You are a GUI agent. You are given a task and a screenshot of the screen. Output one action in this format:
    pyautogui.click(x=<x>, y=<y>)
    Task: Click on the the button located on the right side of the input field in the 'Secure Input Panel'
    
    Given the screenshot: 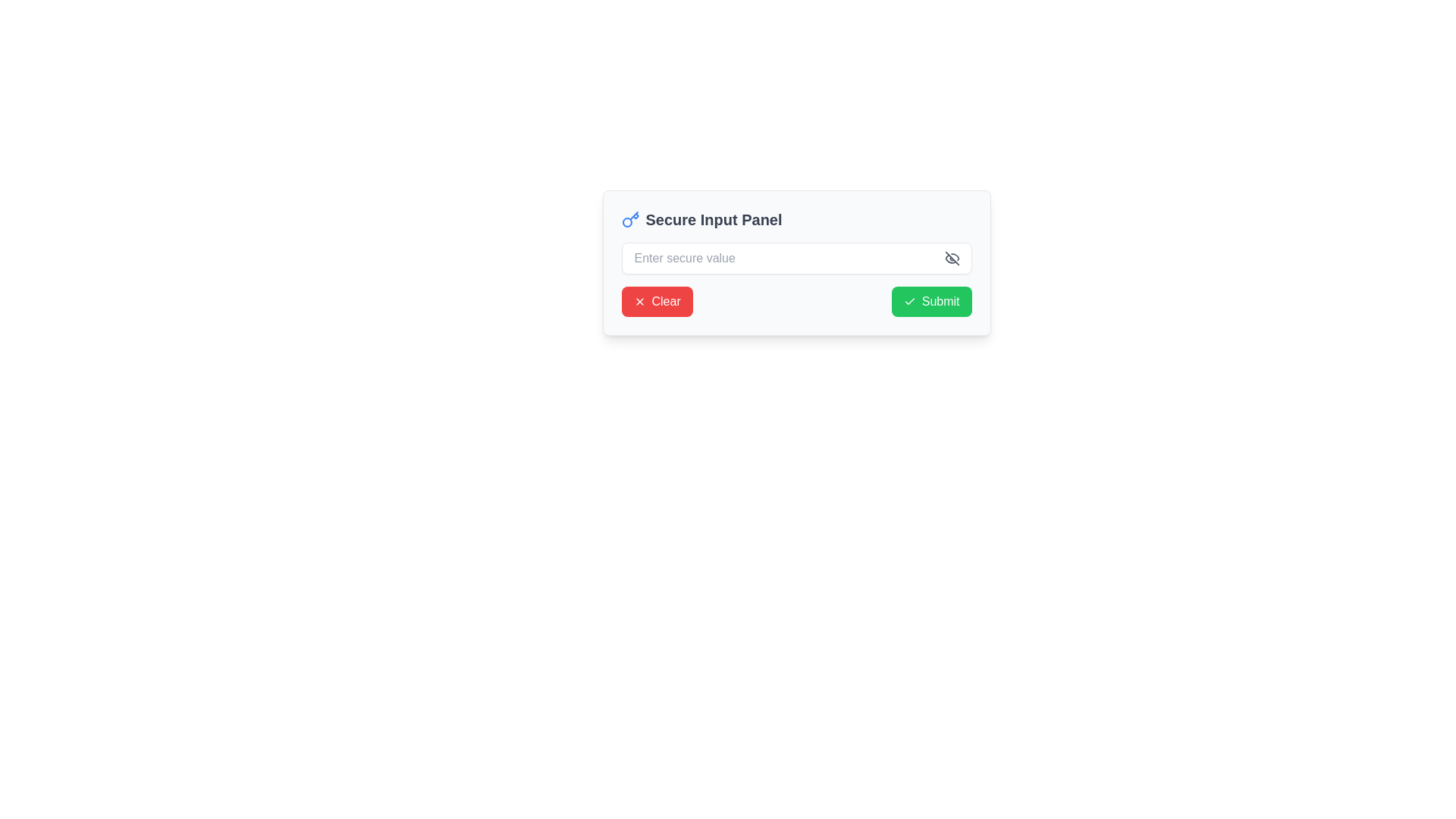 What is the action you would take?
    pyautogui.click(x=951, y=257)
    